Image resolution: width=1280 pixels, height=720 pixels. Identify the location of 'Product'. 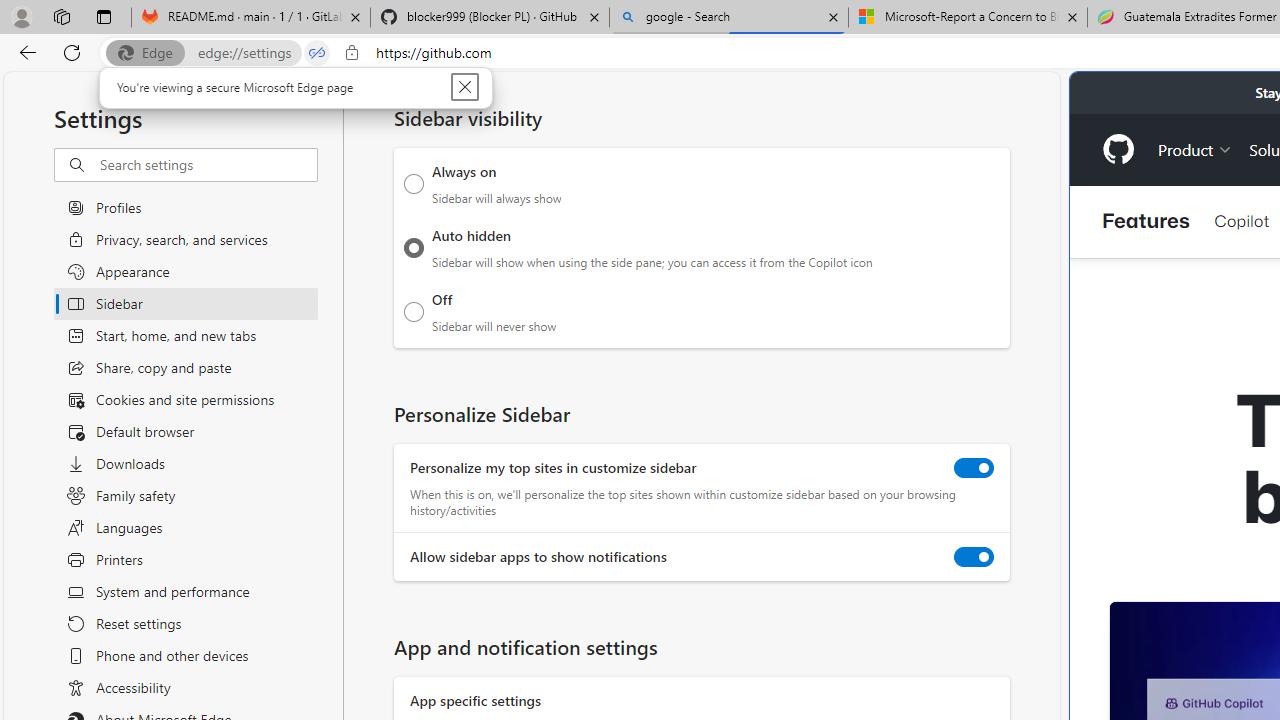
(1195, 148).